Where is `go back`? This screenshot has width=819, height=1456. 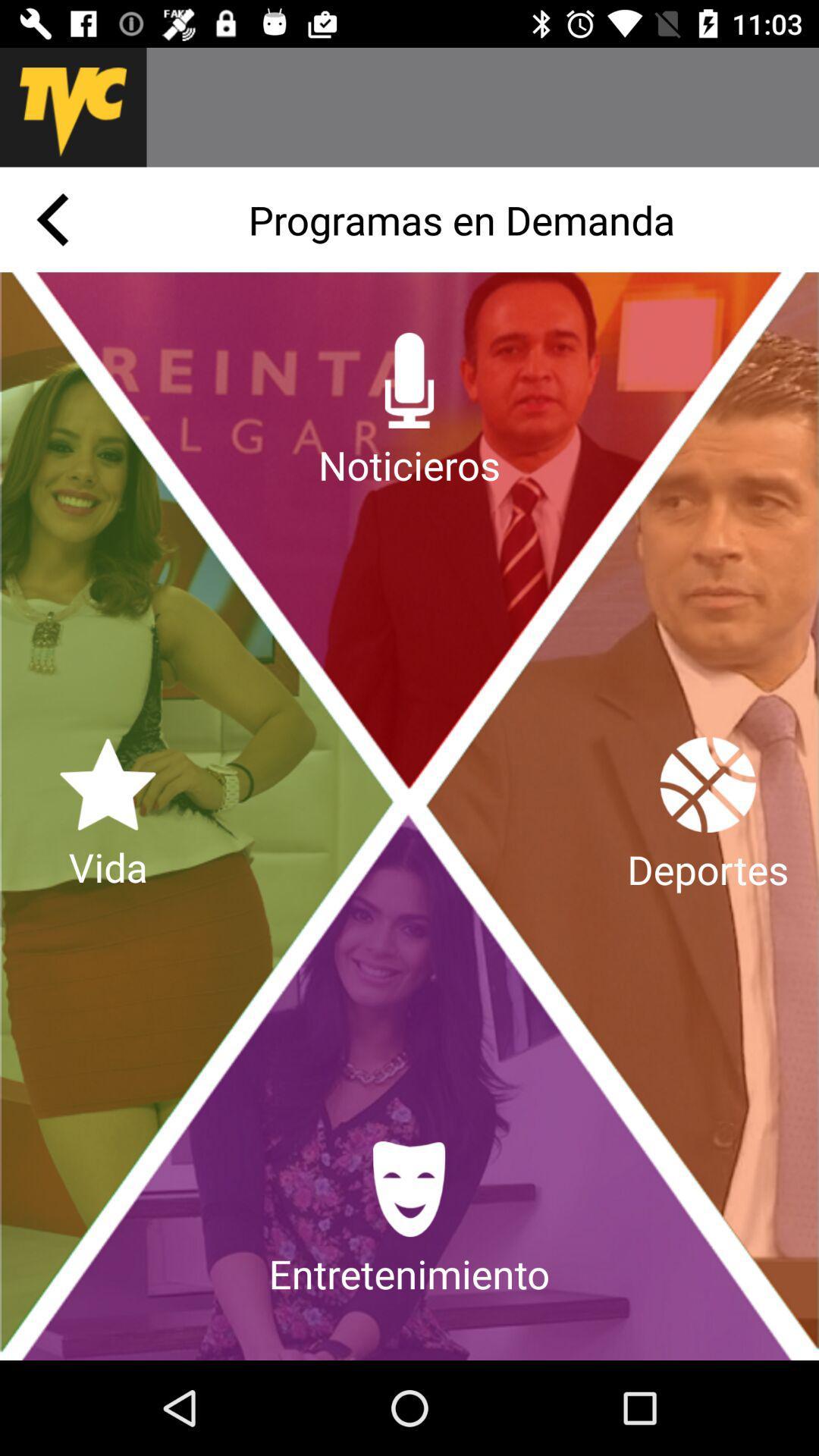
go back is located at coordinates (52, 218).